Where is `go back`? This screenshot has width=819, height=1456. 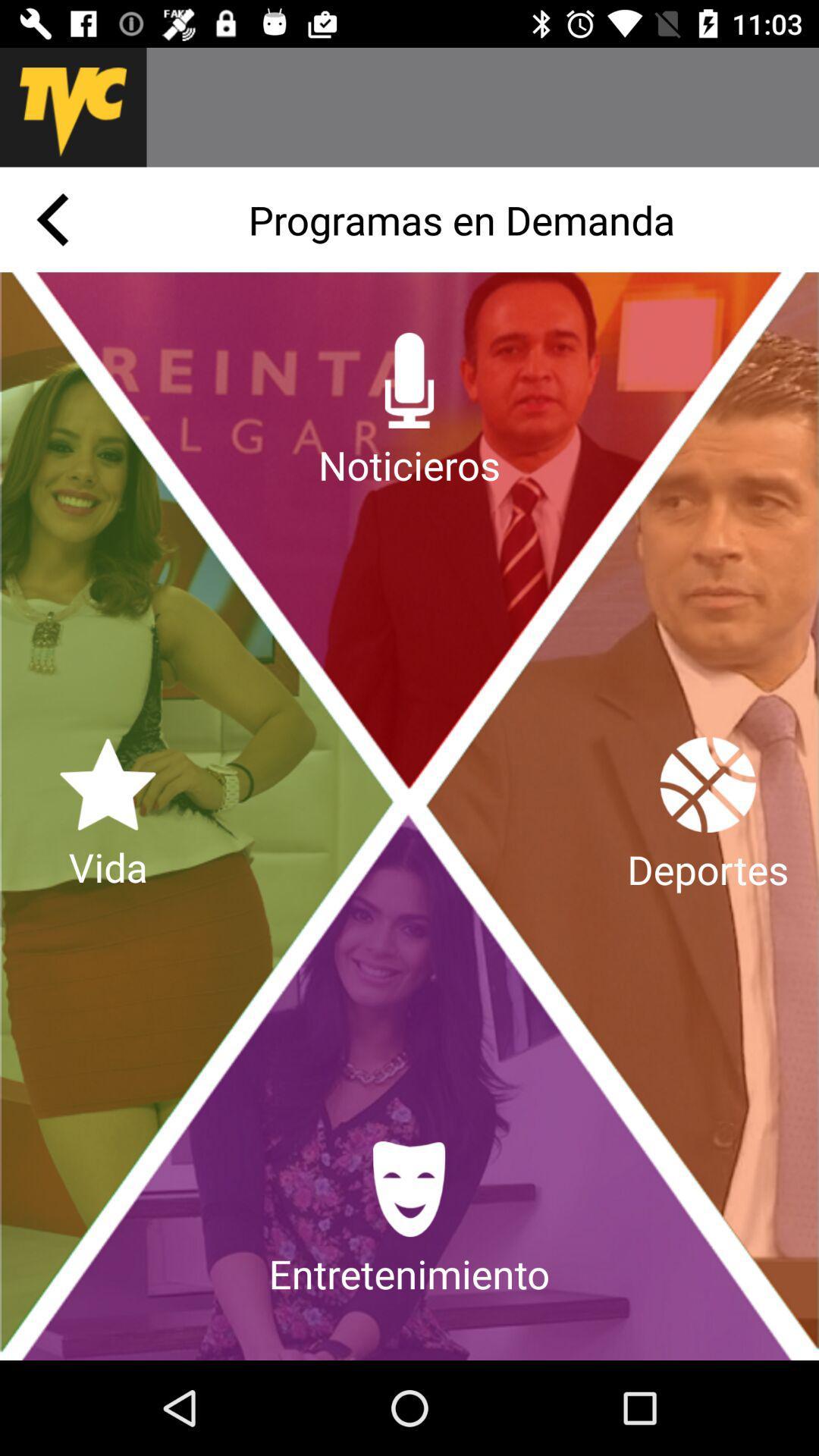
go back is located at coordinates (52, 218).